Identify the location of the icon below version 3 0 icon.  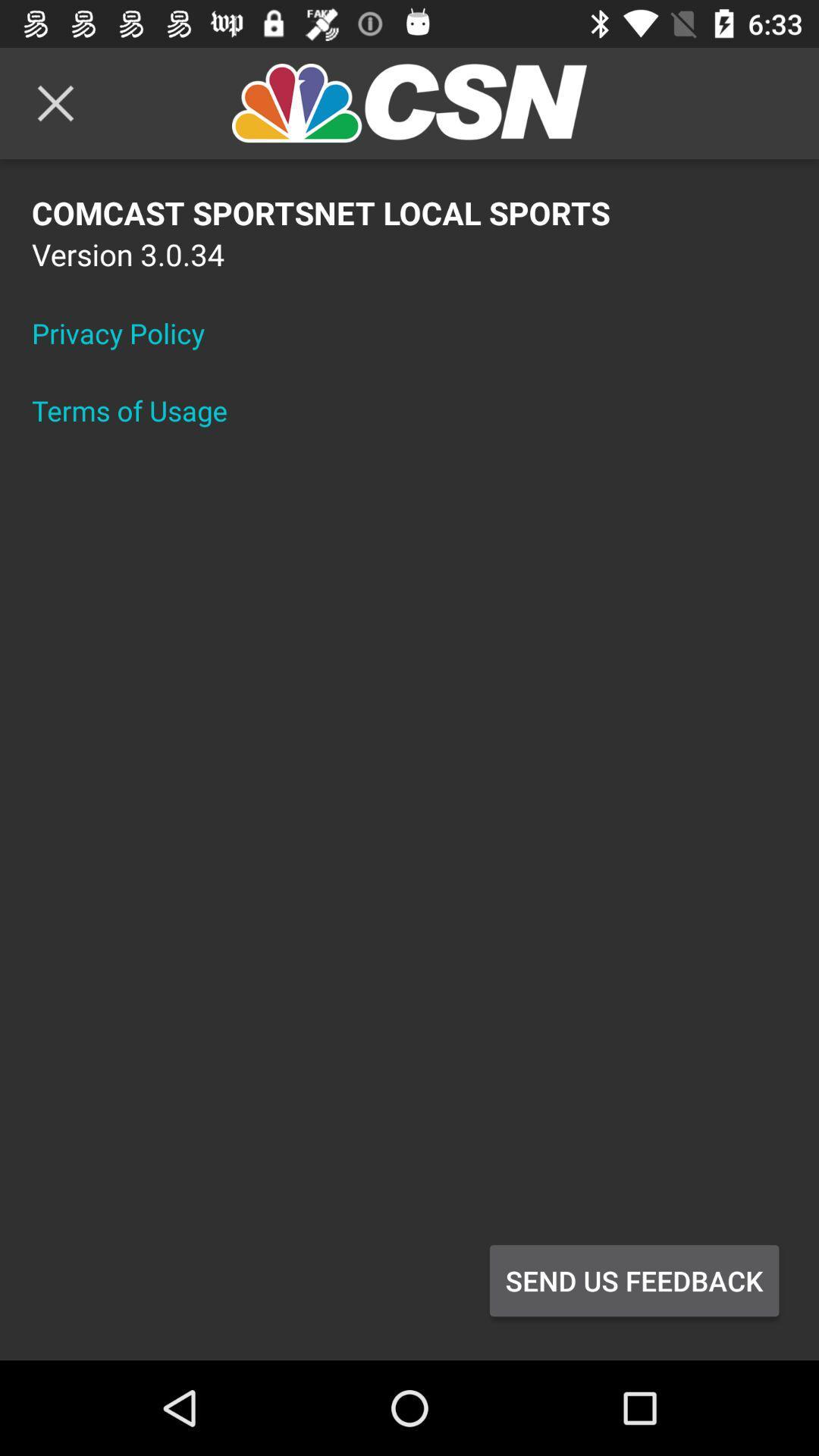
(127, 332).